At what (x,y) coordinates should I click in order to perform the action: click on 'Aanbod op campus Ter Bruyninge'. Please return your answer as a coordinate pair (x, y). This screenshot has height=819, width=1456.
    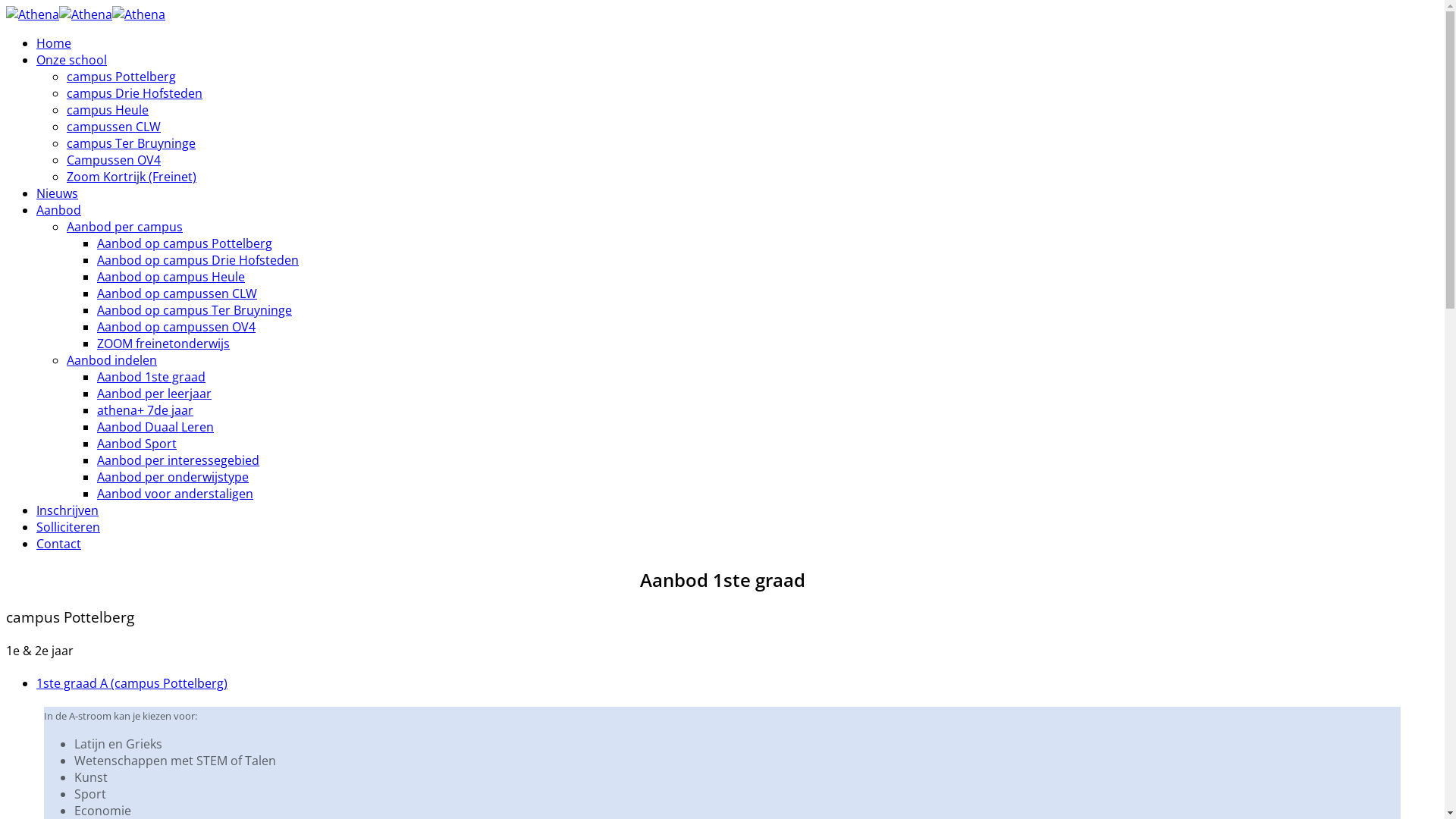
    Looking at the image, I should click on (193, 309).